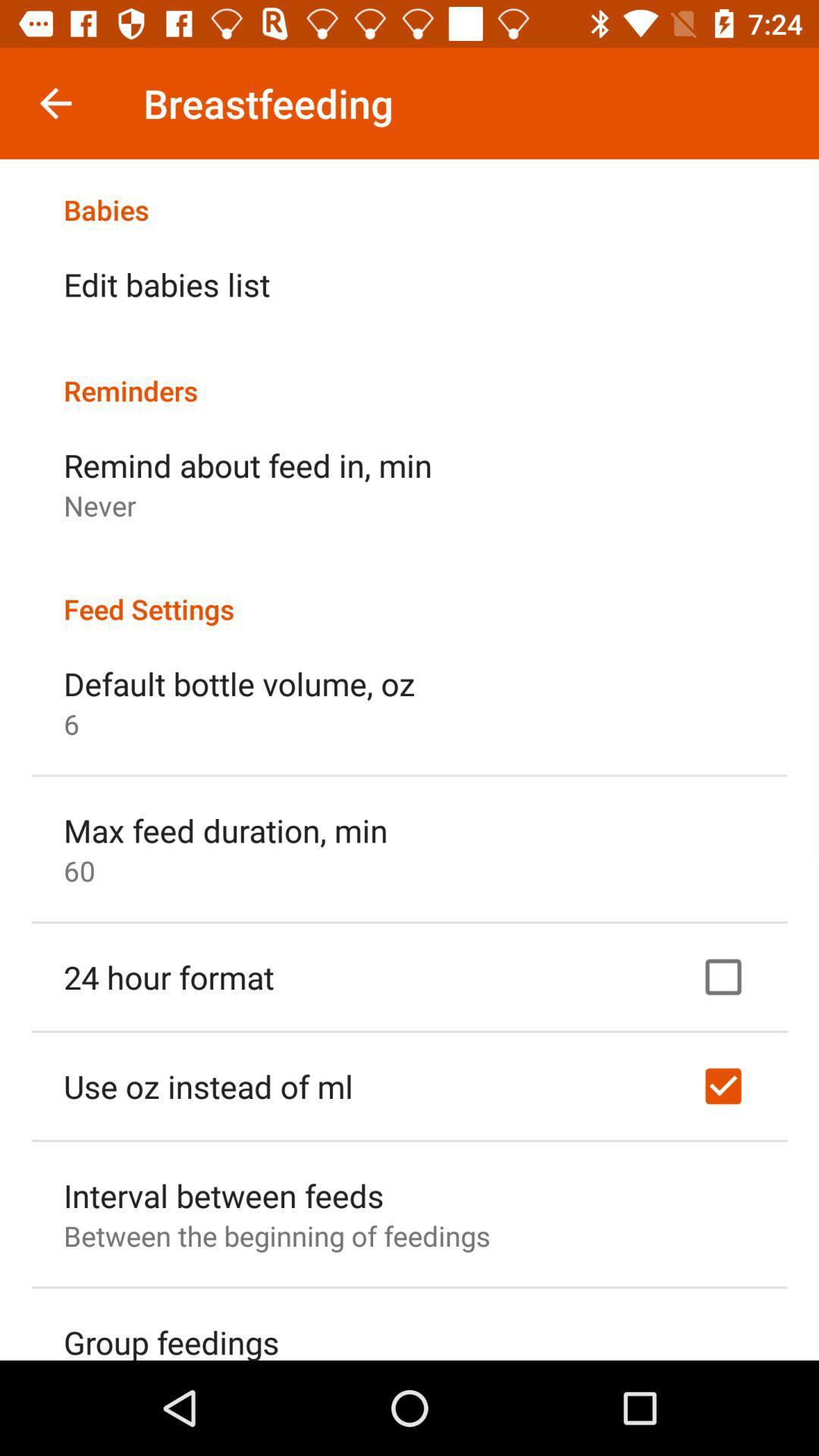 The image size is (819, 1456). Describe the element at coordinates (208, 1085) in the screenshot. I see `the use oz instead icon` at that location.